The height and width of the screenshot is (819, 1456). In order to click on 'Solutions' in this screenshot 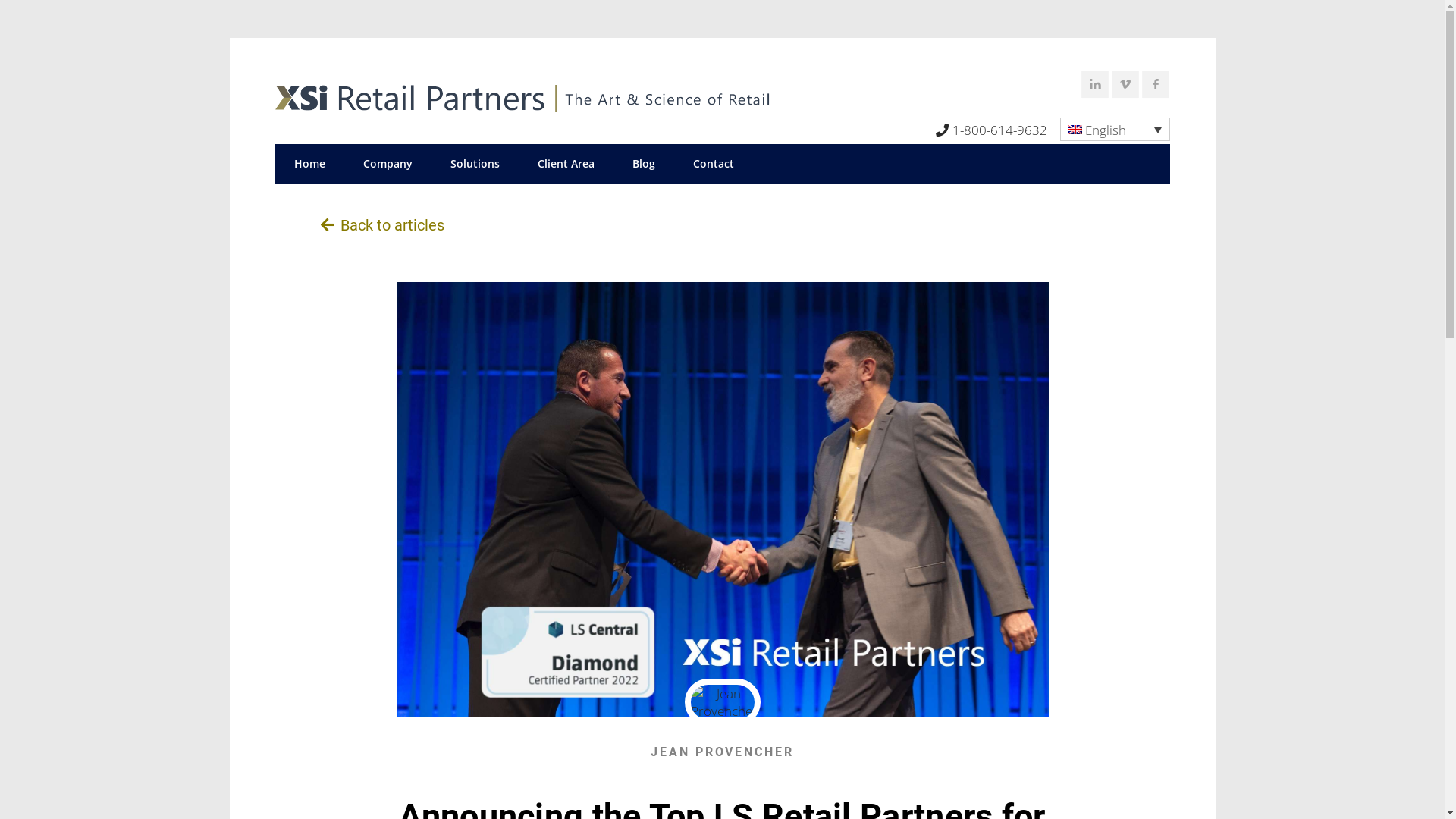, I will do `click(429, 164)`.